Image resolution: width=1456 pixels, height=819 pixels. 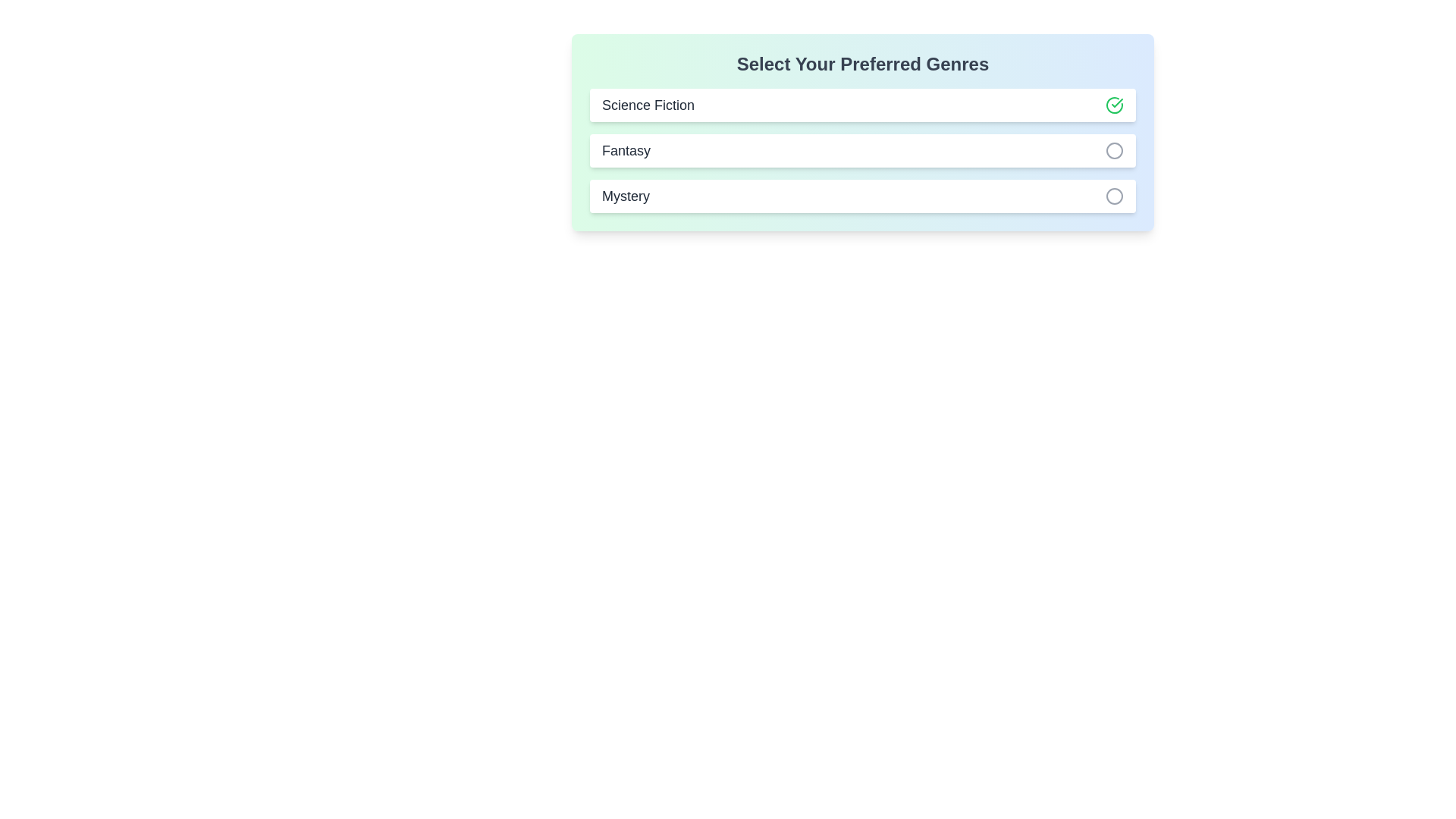 I want to click on the text of the genre label Science Fiction, so click(x=648, y=104).